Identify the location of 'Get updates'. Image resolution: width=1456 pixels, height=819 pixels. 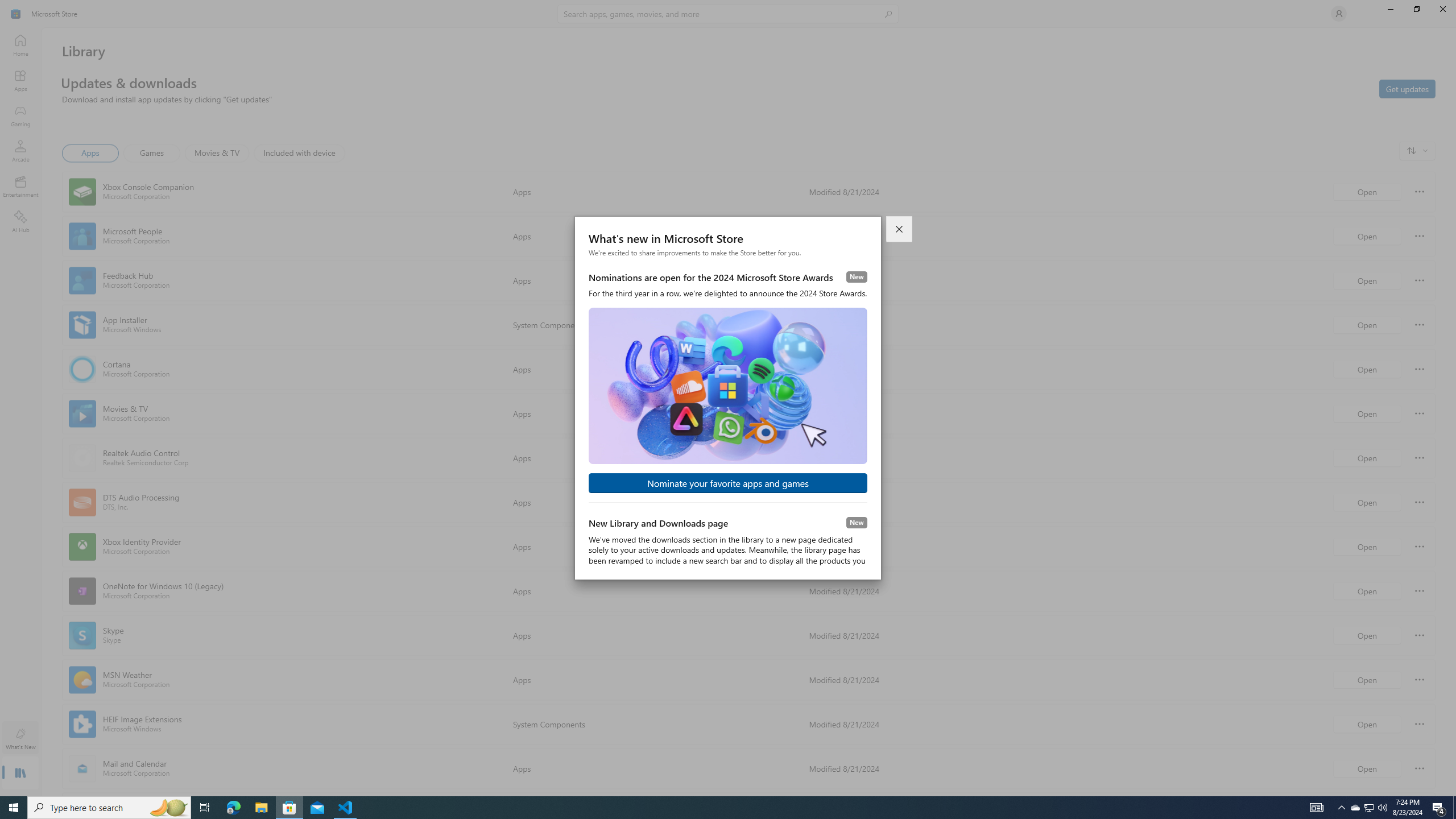
(1407, 88).